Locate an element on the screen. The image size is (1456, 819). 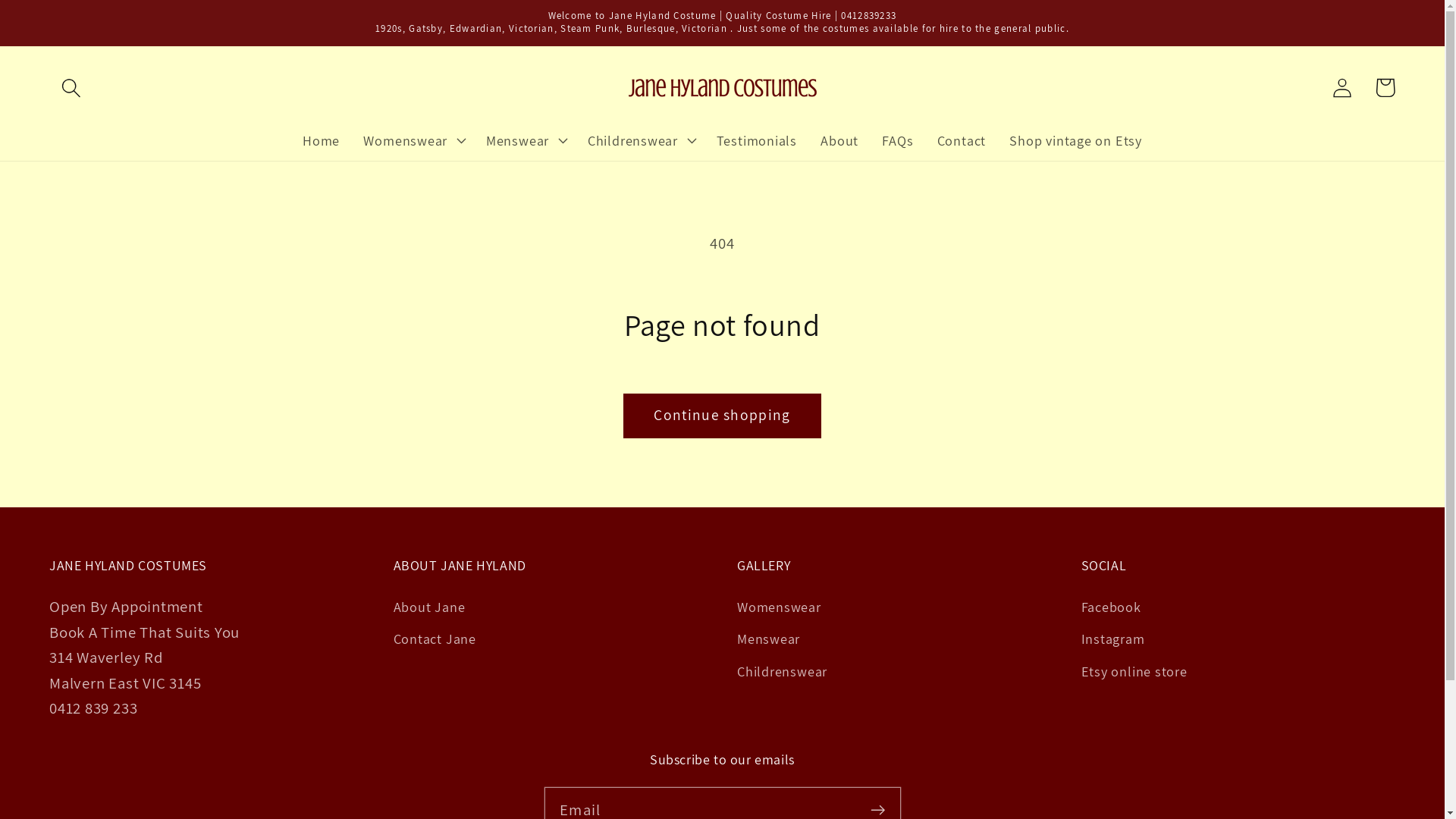
'Contact Jane' is located at coordinates (433, 639).